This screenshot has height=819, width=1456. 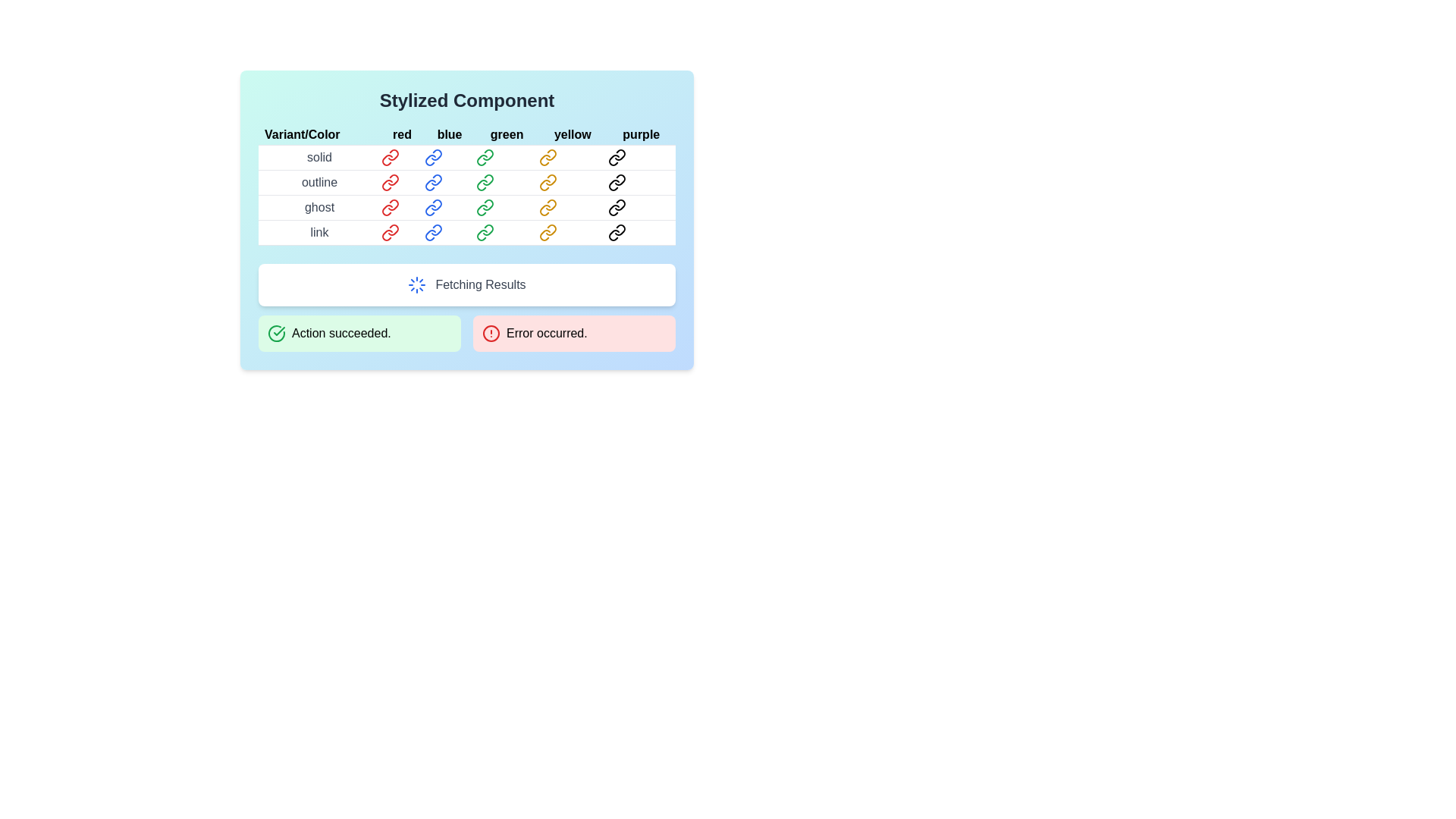 I want to click on the 'ghost' label, which is the first cell in the third row of the table under the 'Variant/Color' heading in the 'Stylized Component' card, so click(x=318, y=207).